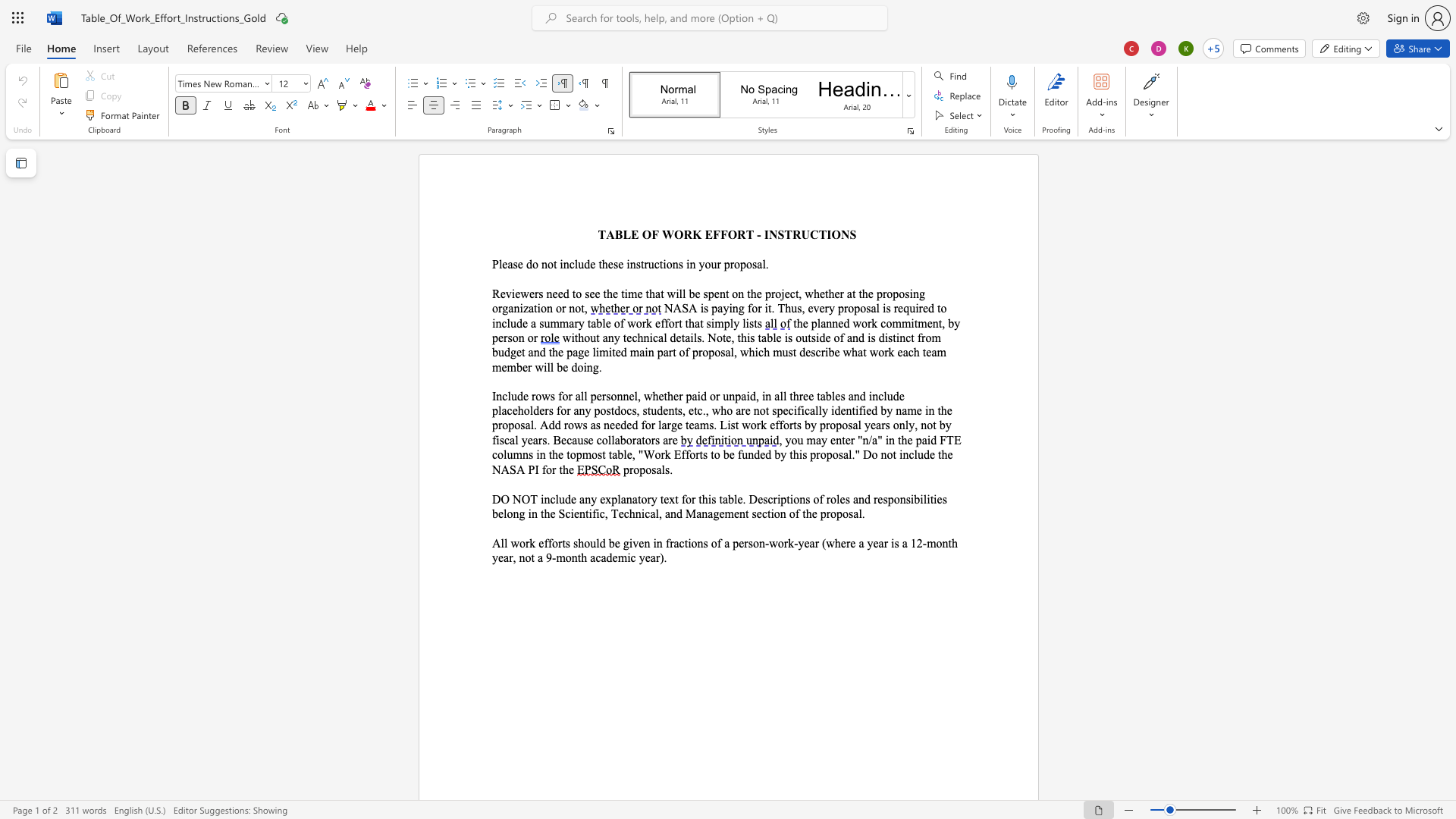  I want to click on the space between the continuous character "p" and "e" in the text, so click(497, 337).